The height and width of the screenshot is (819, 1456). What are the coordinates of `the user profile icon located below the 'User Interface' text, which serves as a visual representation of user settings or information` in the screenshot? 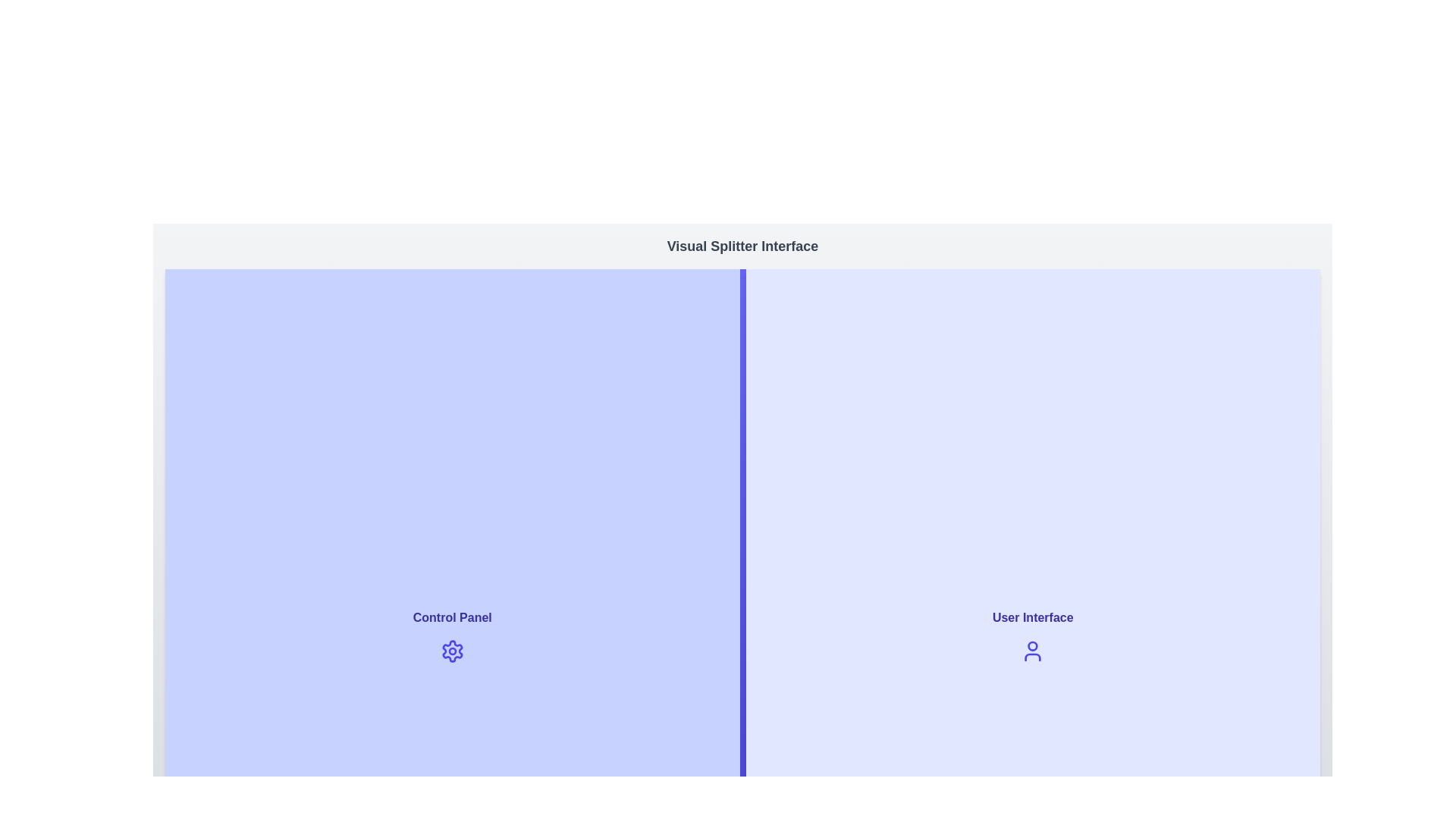 It's located at (1032, 651).